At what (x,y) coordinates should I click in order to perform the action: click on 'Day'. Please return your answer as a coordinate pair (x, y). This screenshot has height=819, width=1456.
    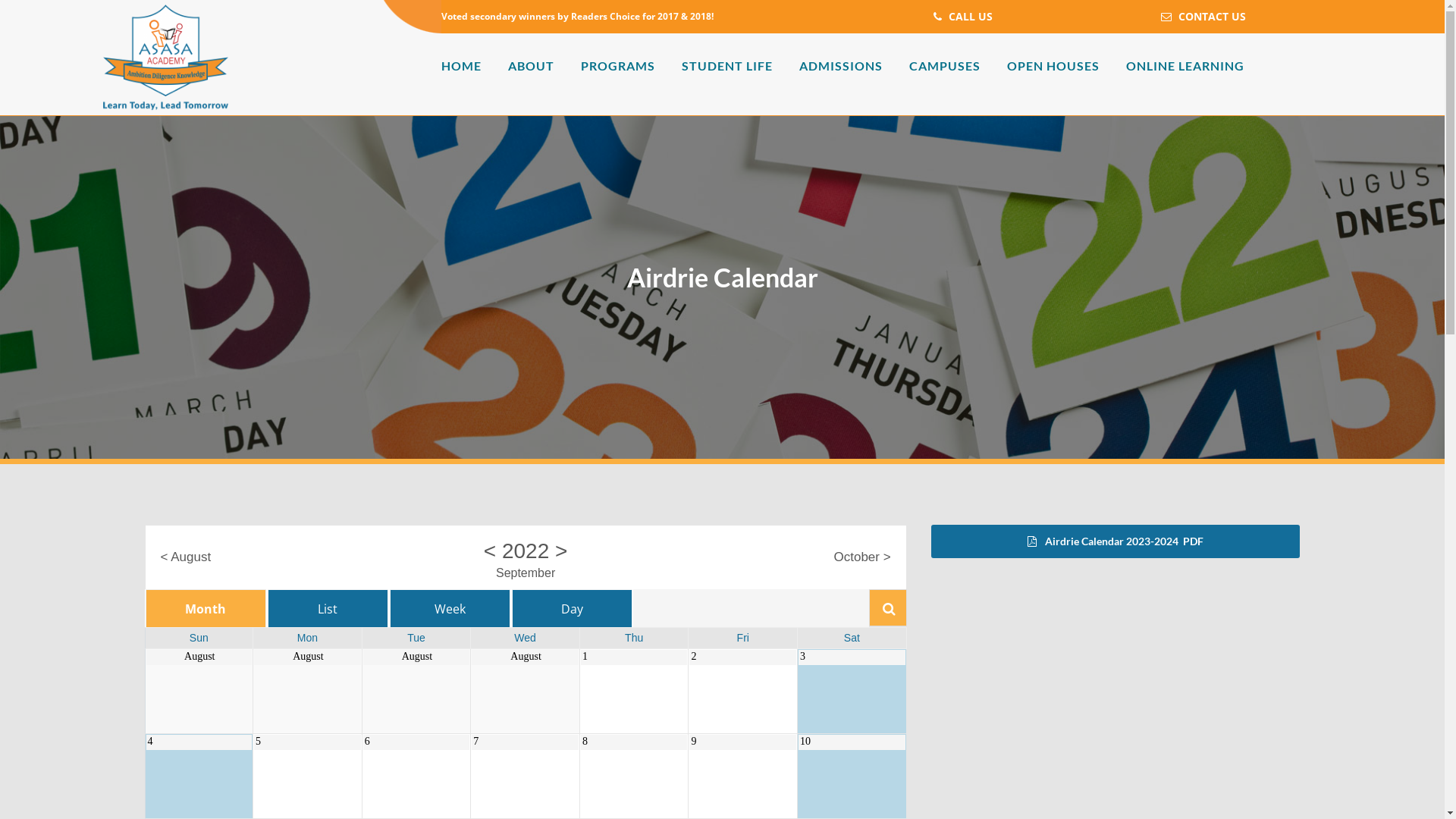
    Looking at the image, I should click on (512, 607).